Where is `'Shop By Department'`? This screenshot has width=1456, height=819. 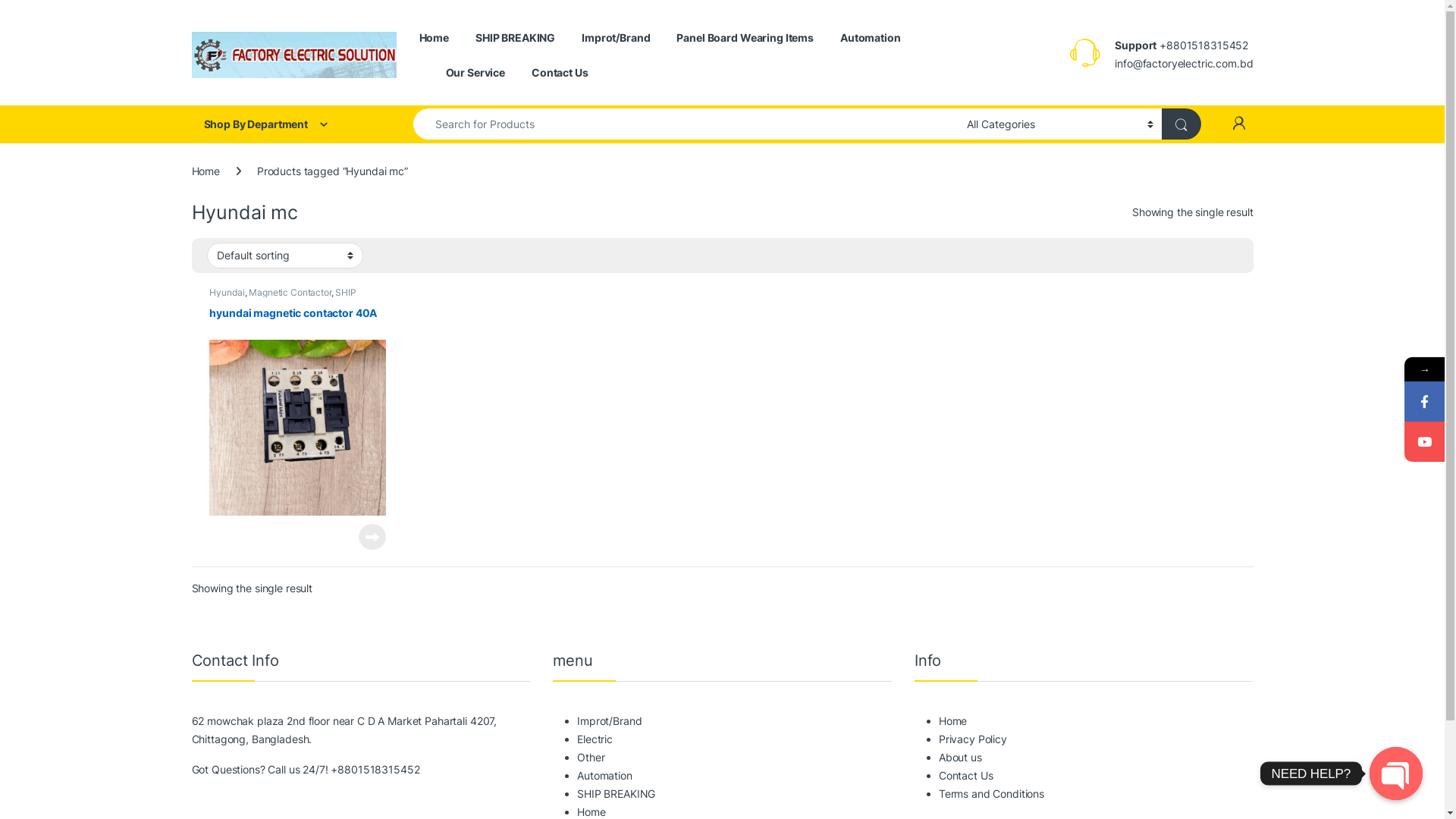 'Shop By Department' is located at coordinates (287, 124).